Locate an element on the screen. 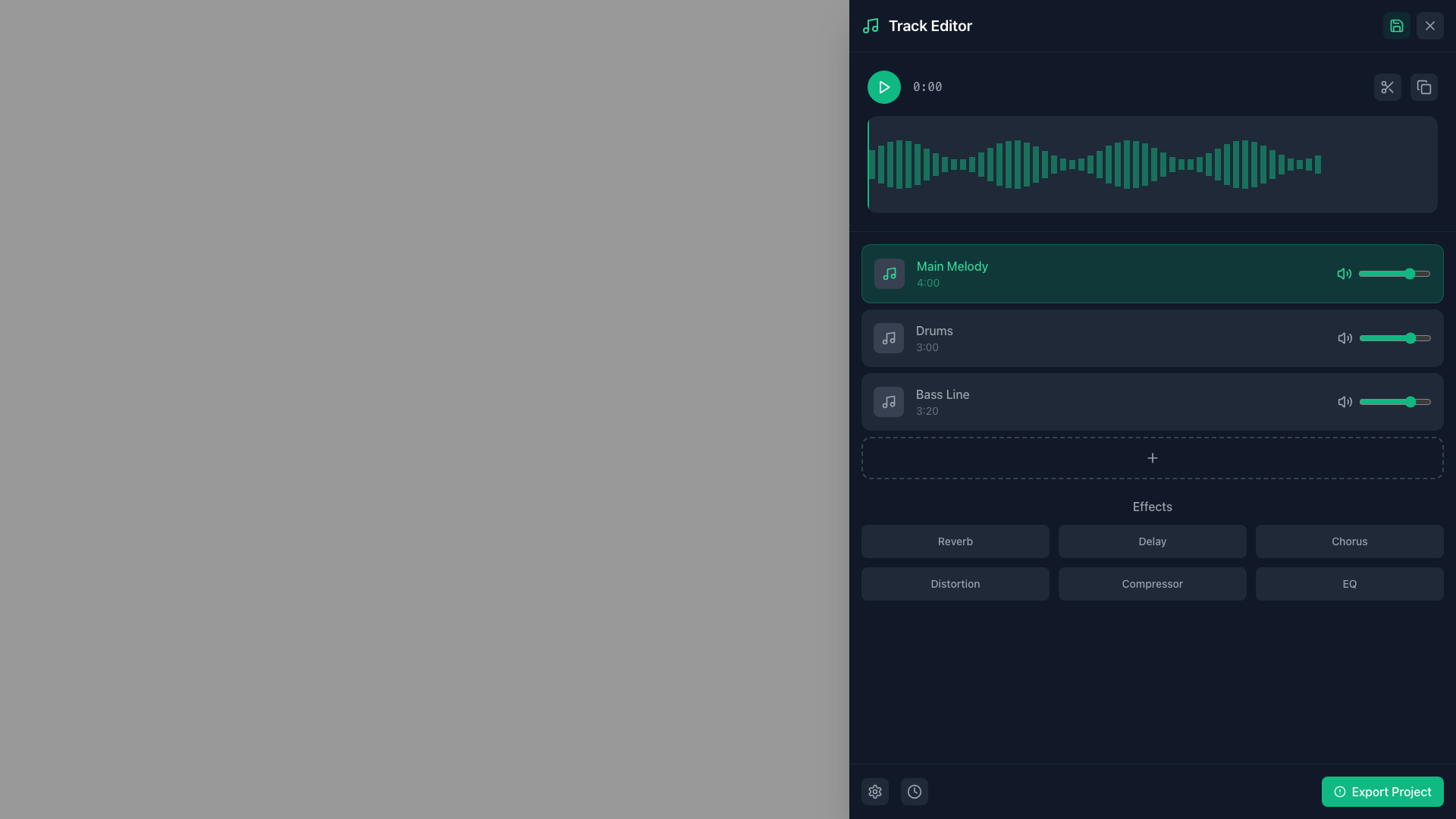  the volume slider is located at coordinates (1420, 400).